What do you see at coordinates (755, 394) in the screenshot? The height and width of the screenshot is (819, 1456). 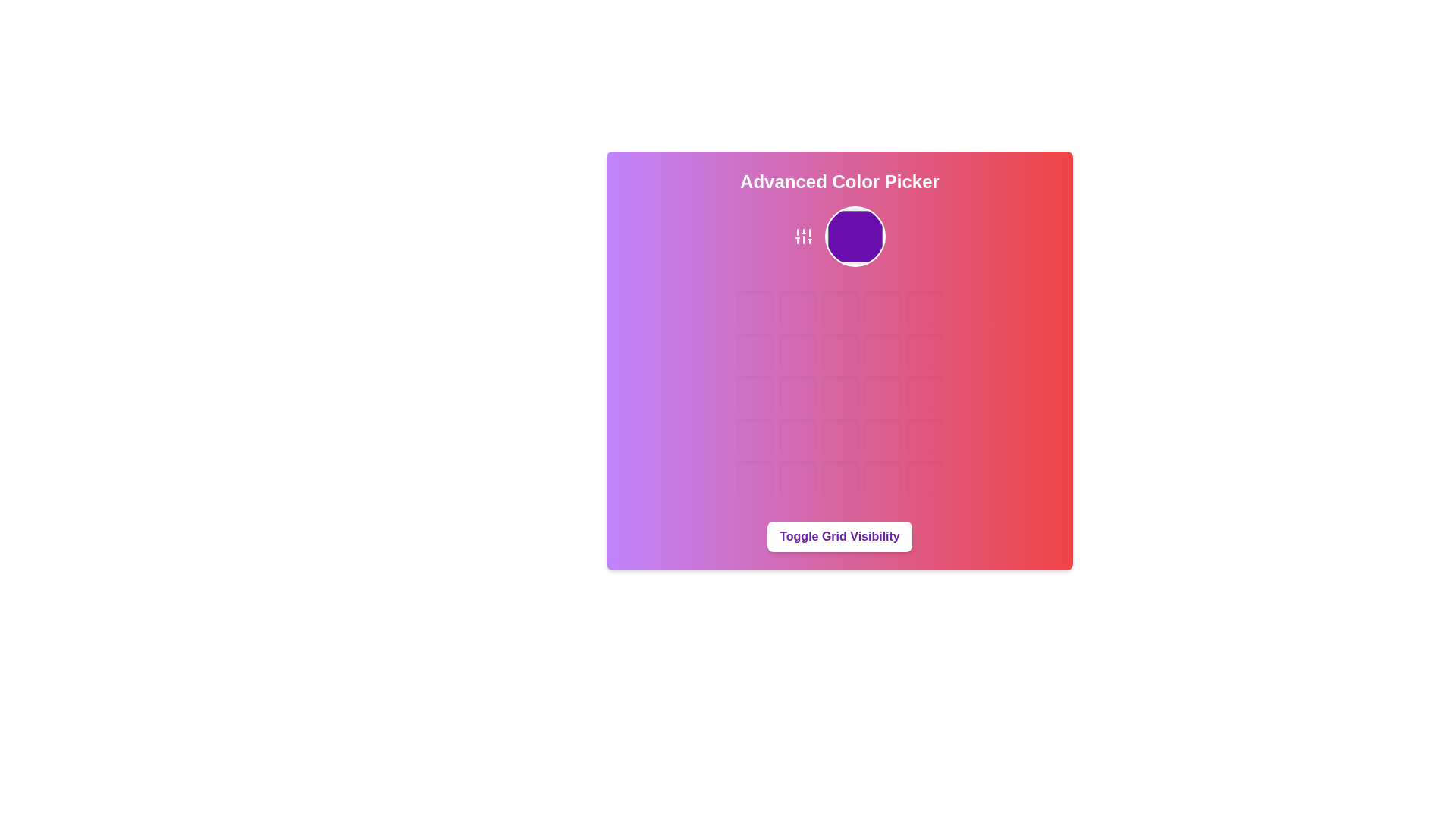 I see `the pink grid cell located in the third row and first column of the grid` at bounding box center [755, 394].